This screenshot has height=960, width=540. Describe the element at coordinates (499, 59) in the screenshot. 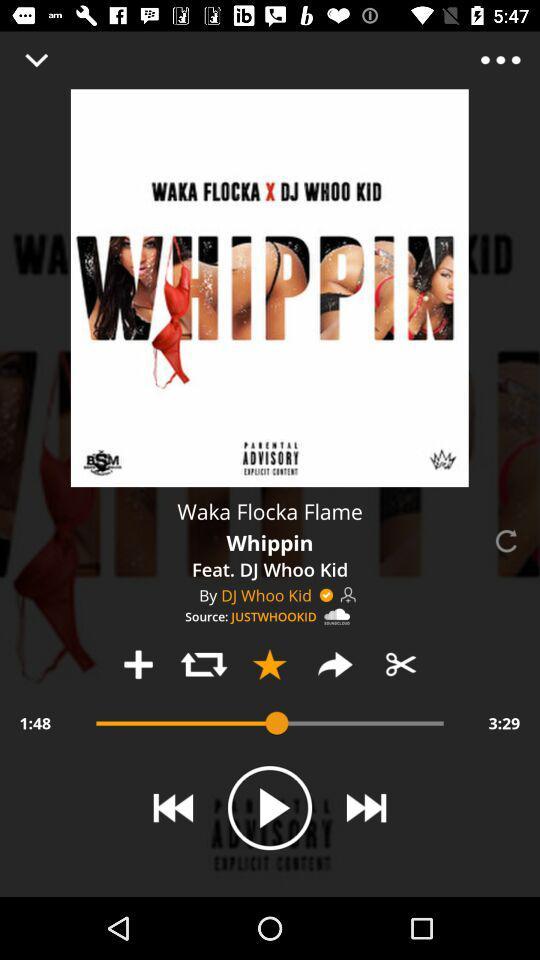

I see `the more icon` at that location.